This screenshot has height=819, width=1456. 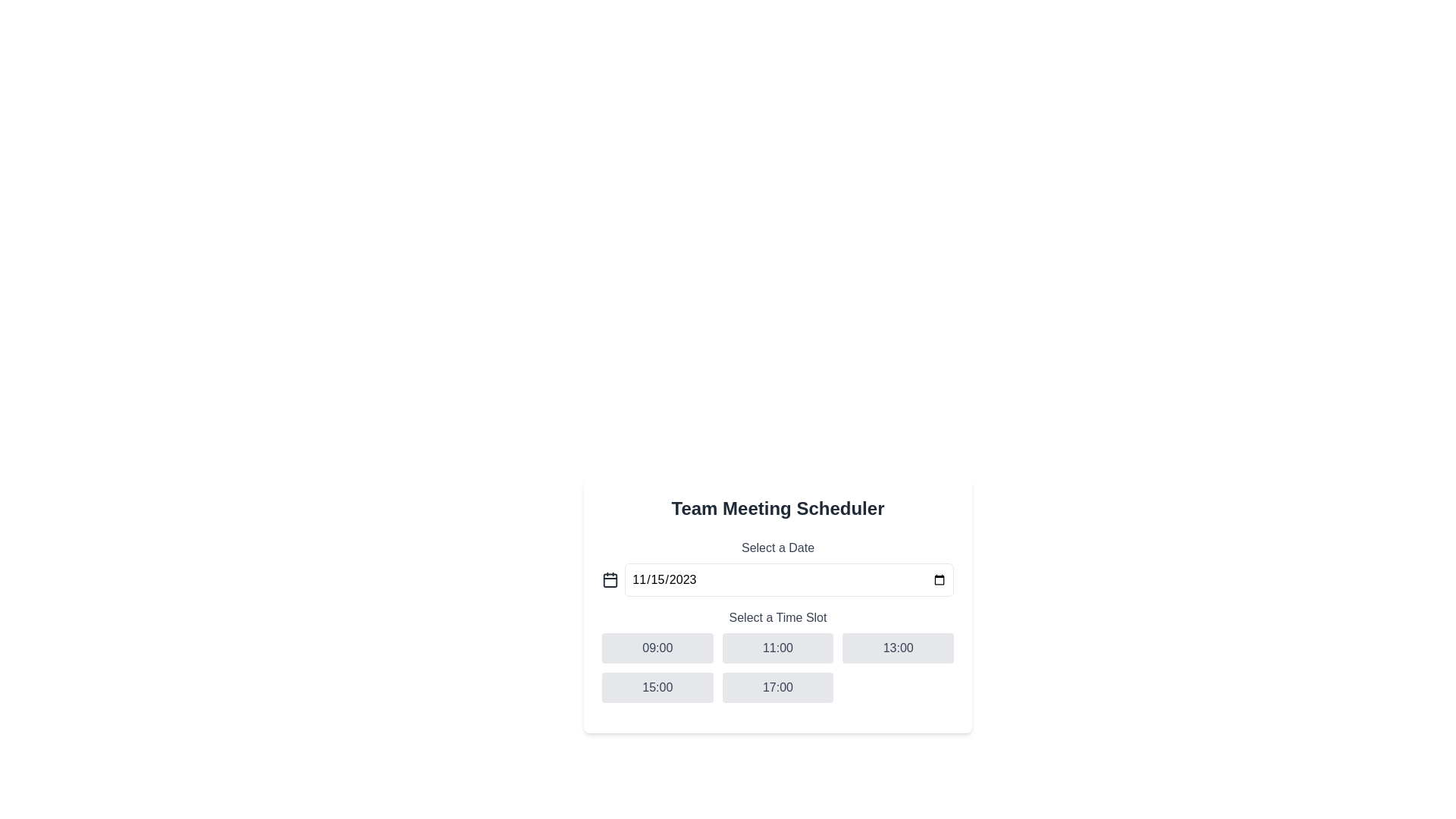 What do you see at coordinates (789, 579) in the screenshot?
I see `to select portions of the date value in the date input field located under the 'Select a Date' section of the 'Team Meeting Scheduler' interface` at bounding box center [789, 579].